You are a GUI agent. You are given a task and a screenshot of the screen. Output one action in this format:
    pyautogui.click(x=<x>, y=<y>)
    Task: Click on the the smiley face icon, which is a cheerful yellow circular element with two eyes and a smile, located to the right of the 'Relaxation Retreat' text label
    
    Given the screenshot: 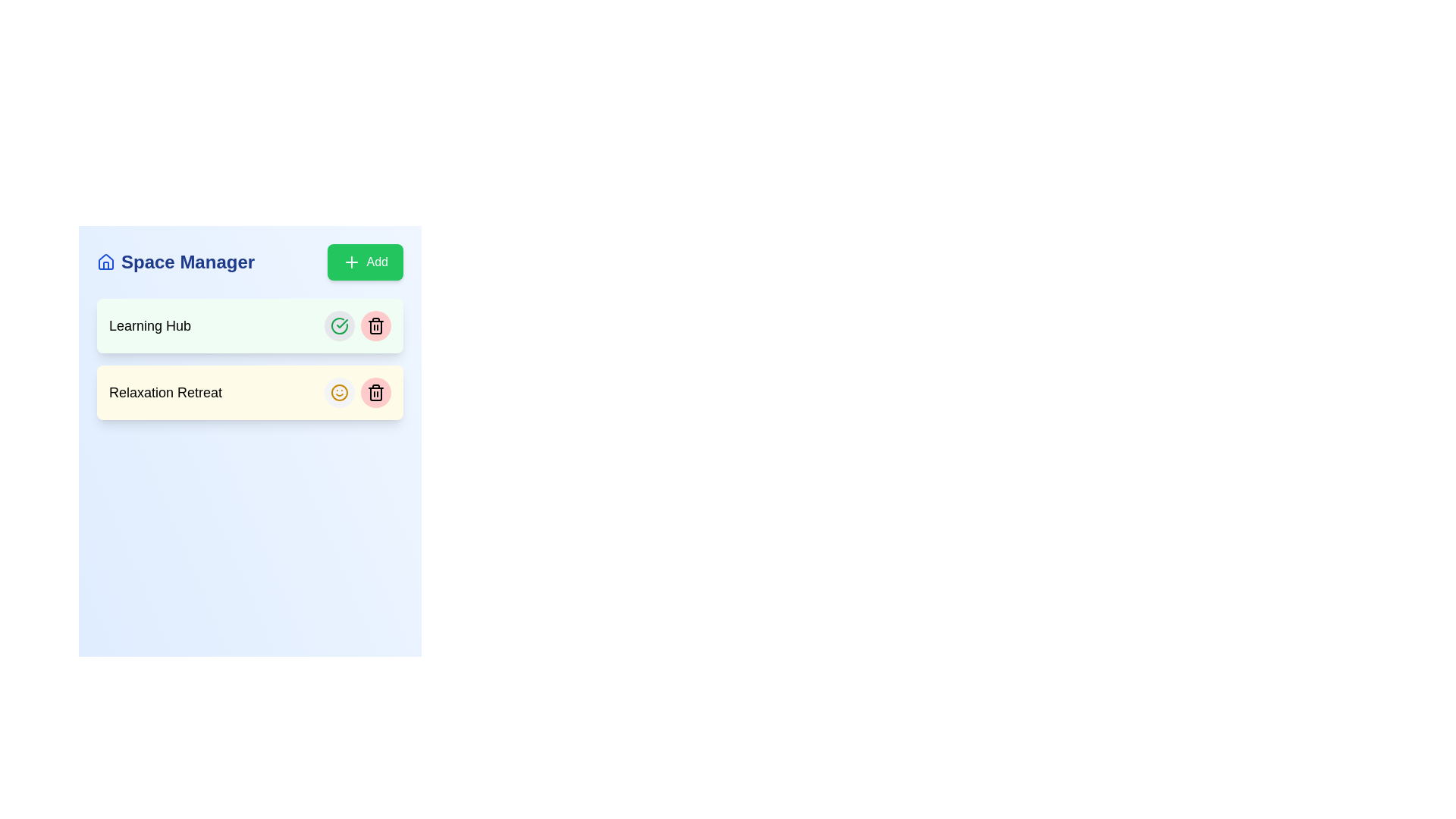 What is the action you would take?
    pyautogui.click(x=338, y=391)
    